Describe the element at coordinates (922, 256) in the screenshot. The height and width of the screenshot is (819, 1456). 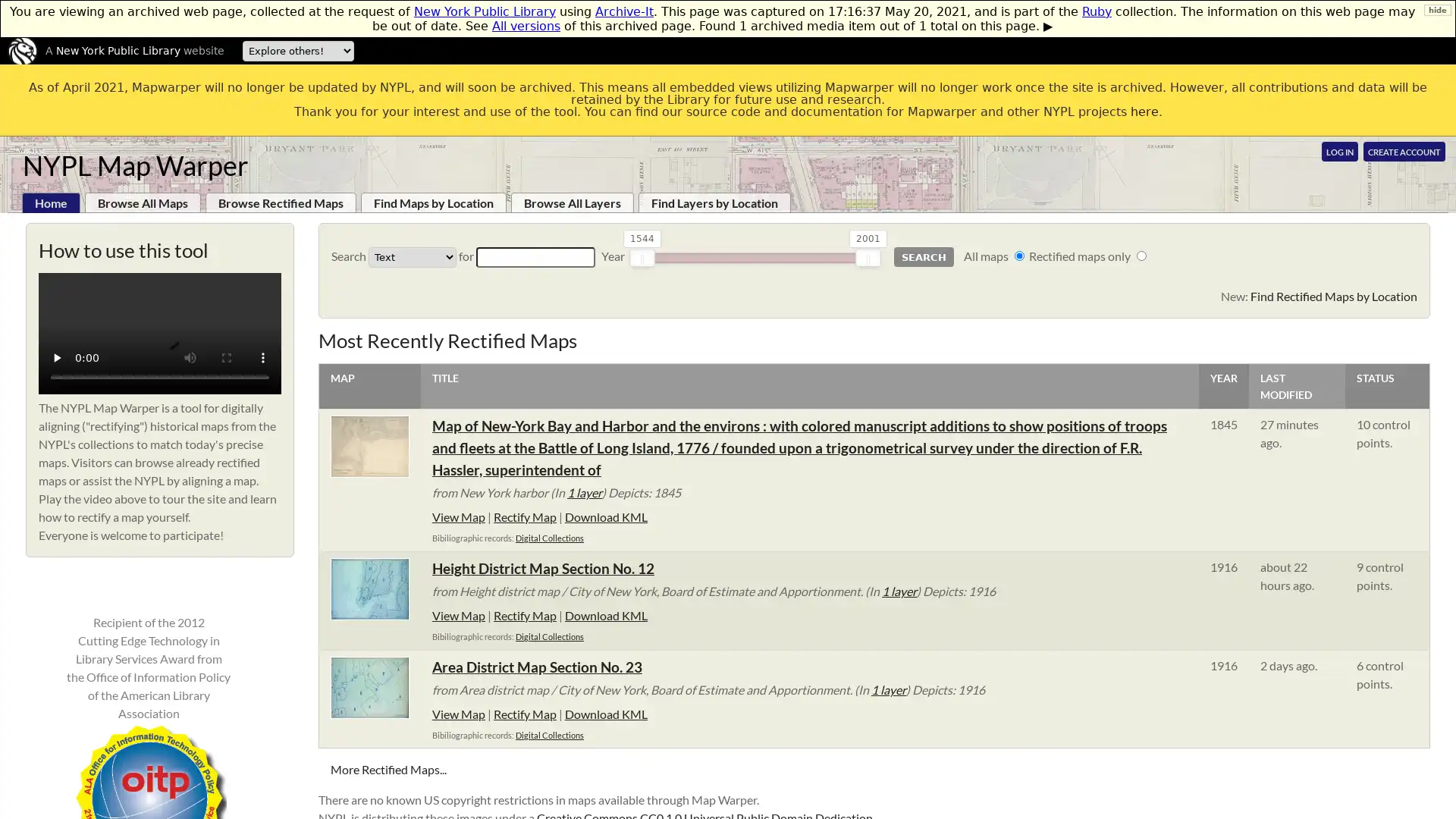
I see `Search` at that location.